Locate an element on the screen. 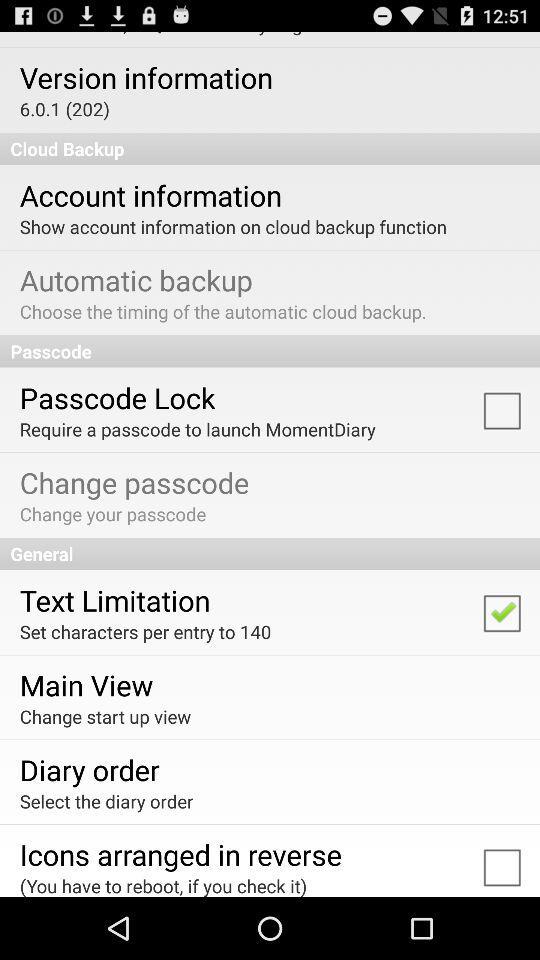 Image resolution: width=540 pixels, height=960 pixels. the app below change your passcode is located at coordinates (270, 553).